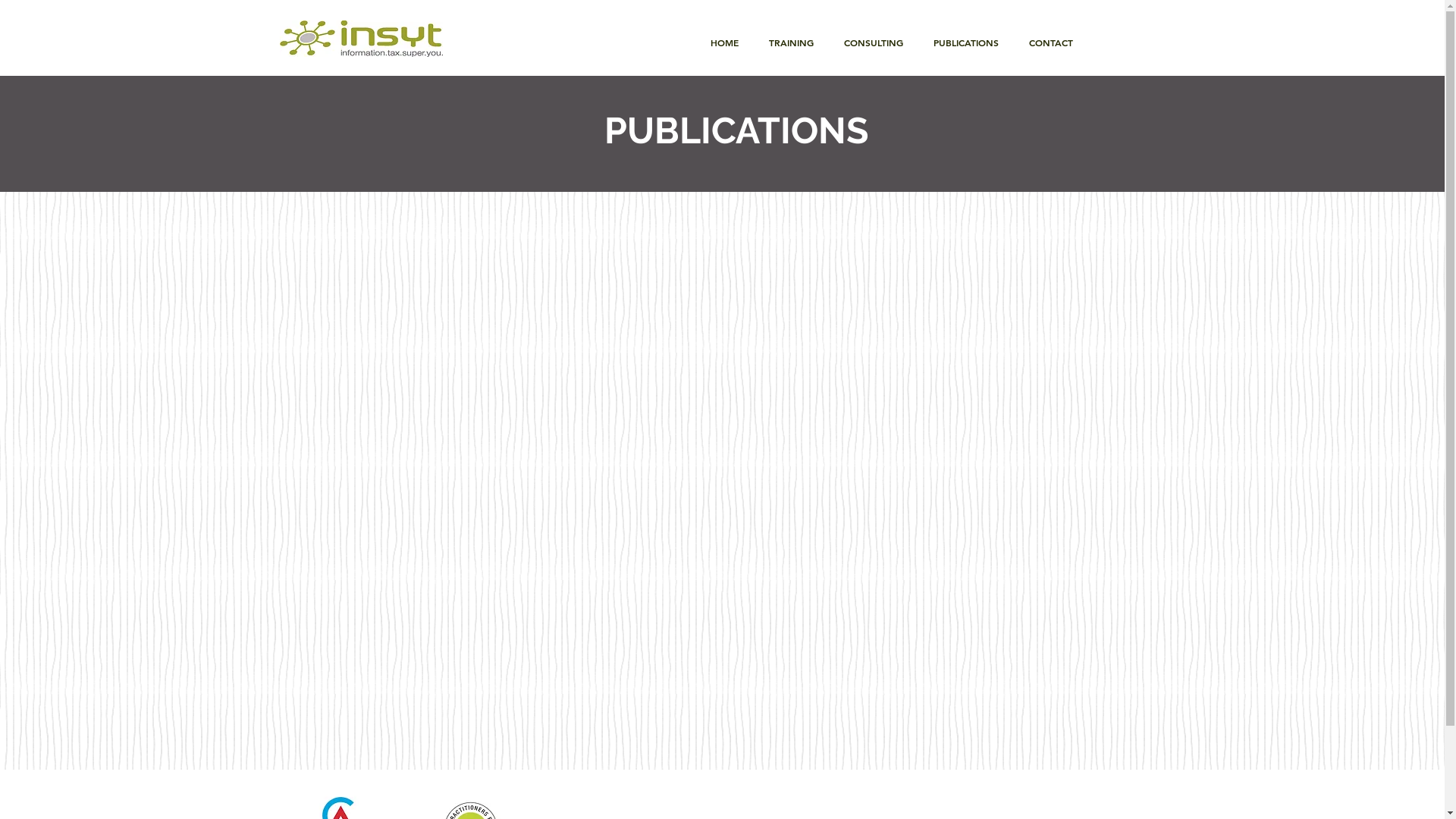  Describe the element at coordinates (873, 42) in the screenshot. I see `'CONSULTING'` at that location.